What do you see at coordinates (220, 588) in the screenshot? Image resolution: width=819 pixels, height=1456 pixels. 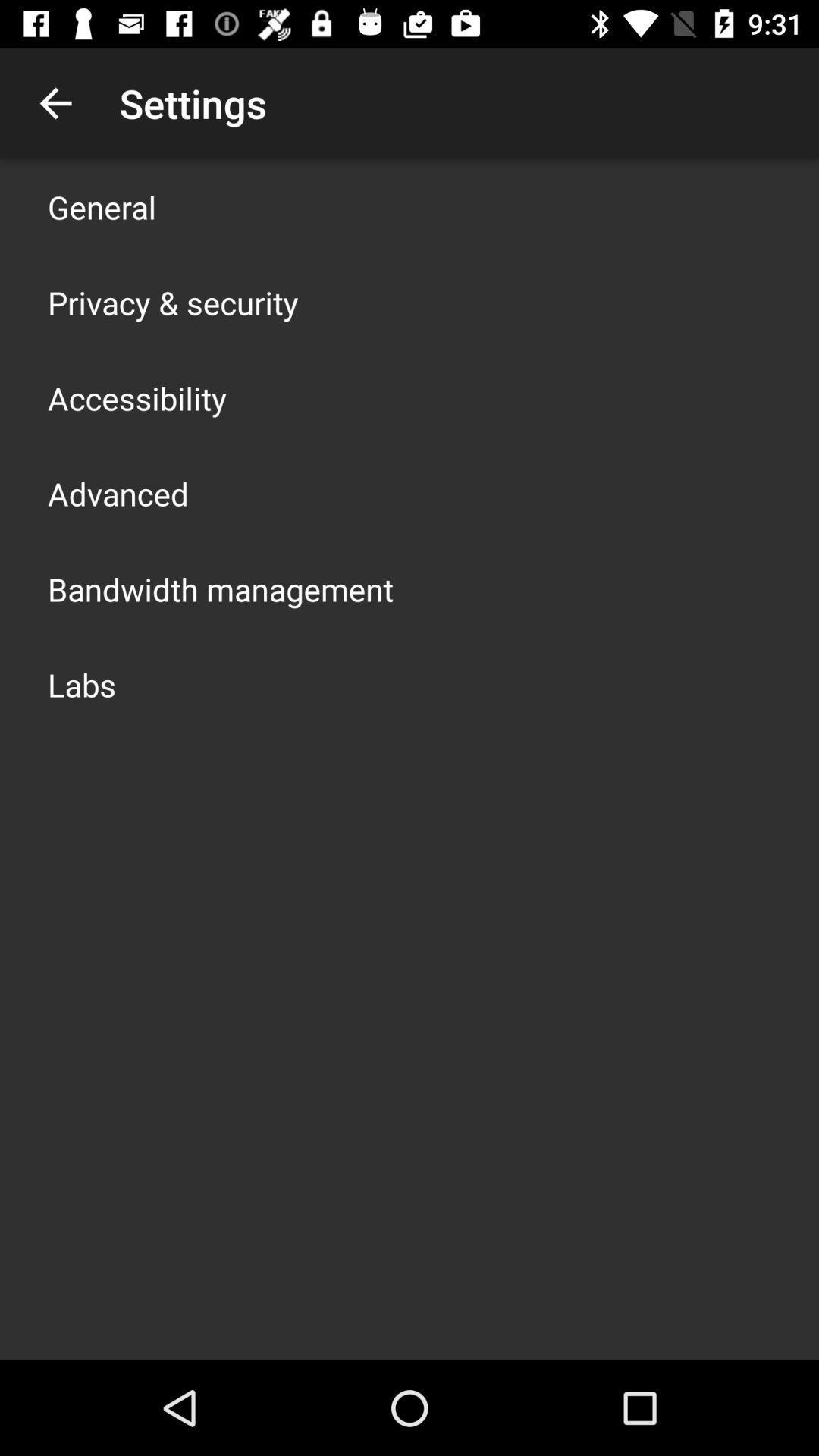 I see `the item above the labs icon` at bounding box center [220, 588].